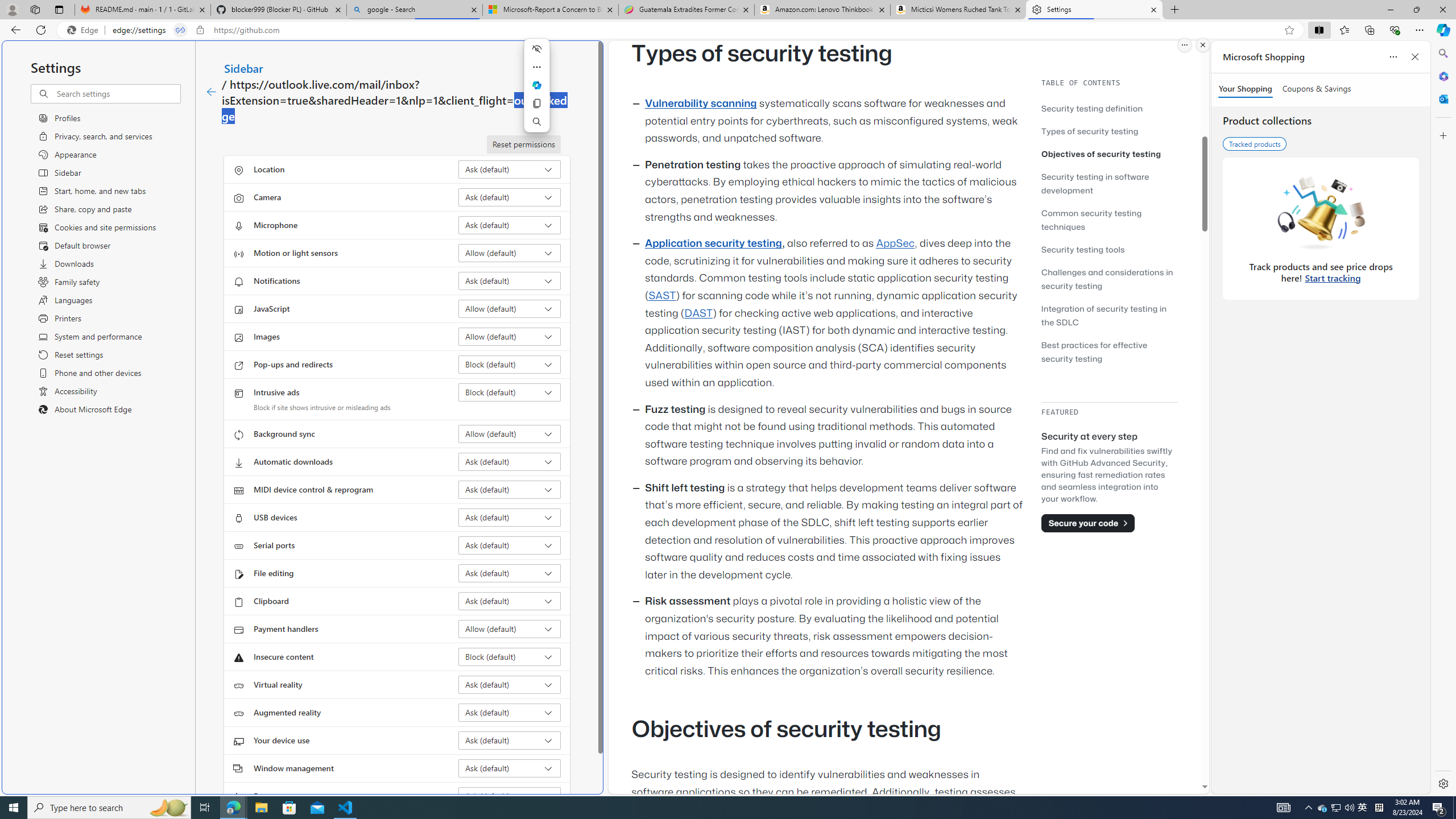 The height and width of the screenshot is (819, 1456). Describe the element at coordinates (1090, 220) in the screenshot. I see `'Common security testing techniques'` at that location.